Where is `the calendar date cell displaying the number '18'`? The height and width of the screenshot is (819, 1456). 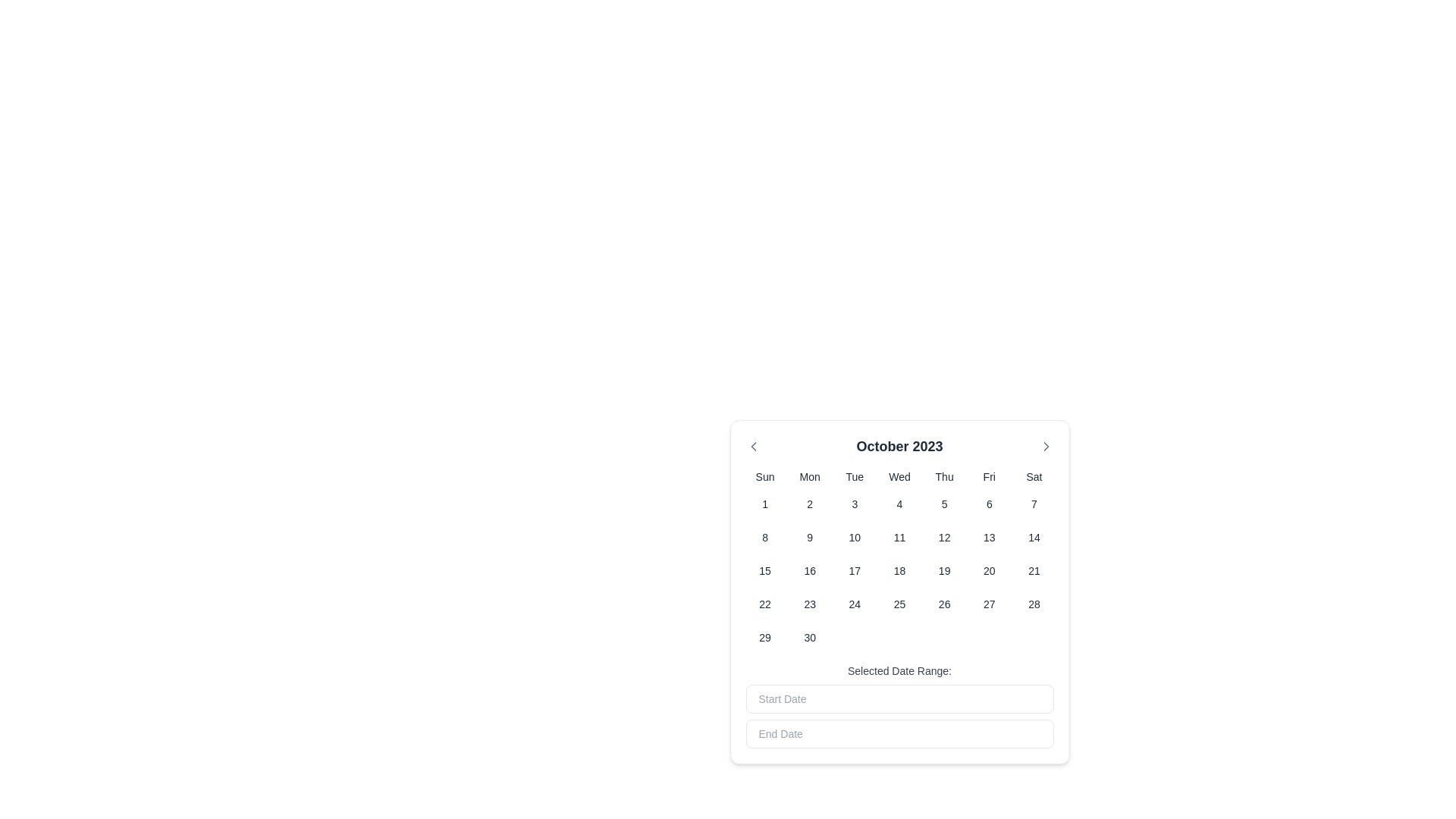
the calendar date cell displaying the number '18' is located at coordinates (899, 570).